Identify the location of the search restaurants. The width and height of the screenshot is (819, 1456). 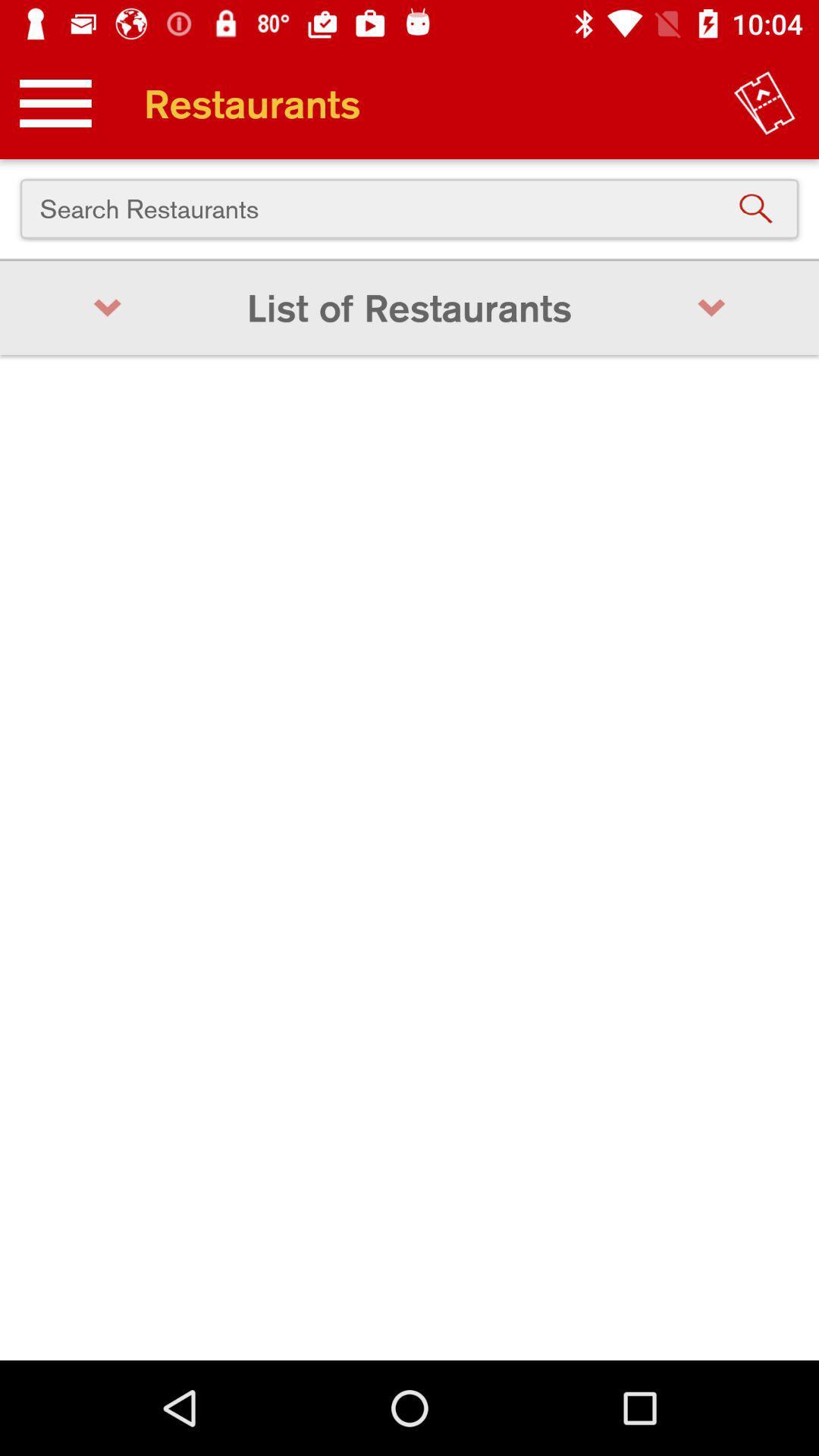
(409, 208).